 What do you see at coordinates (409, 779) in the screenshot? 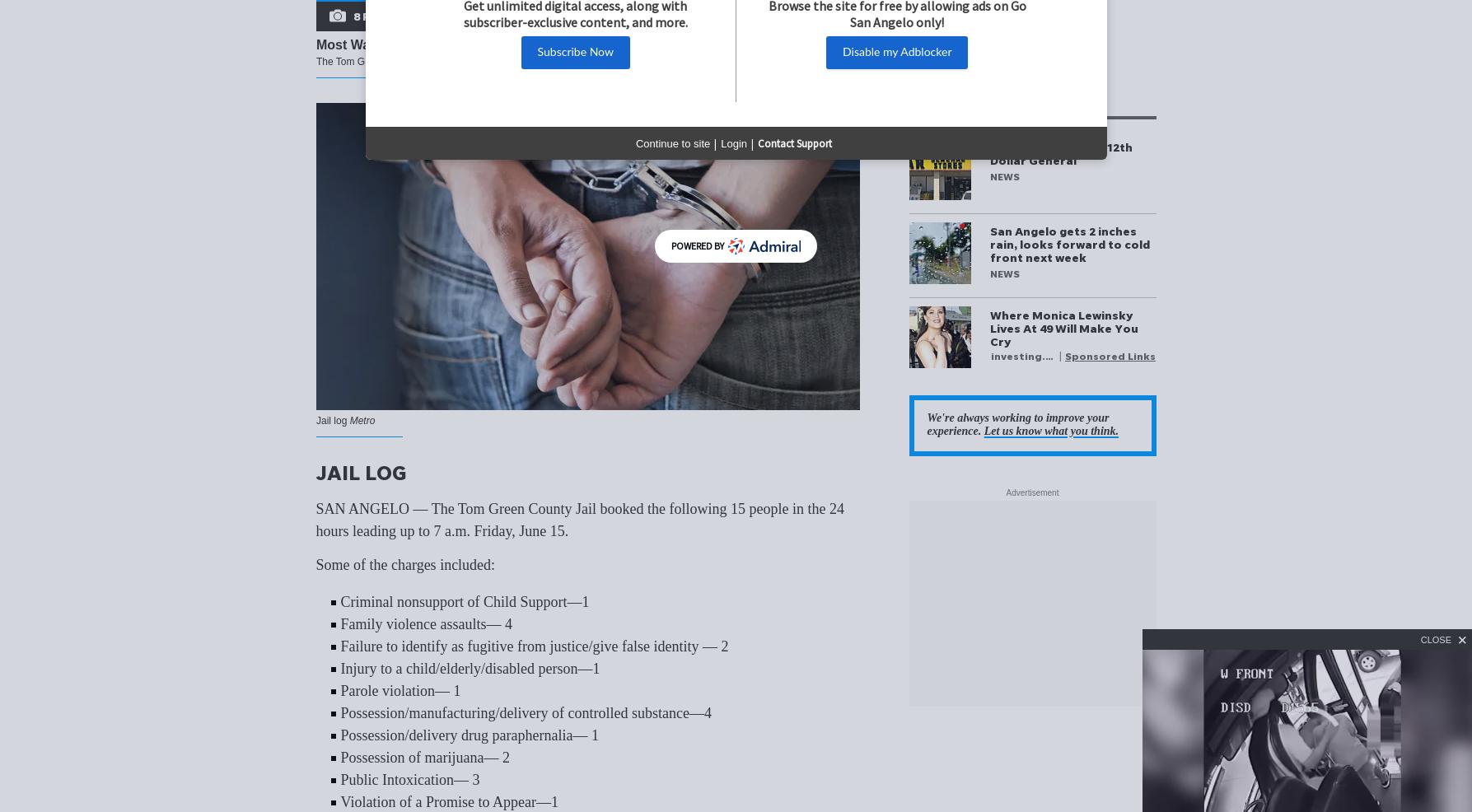
I see `'Public Intoxication— 3'` at bounding box center [409, 779].